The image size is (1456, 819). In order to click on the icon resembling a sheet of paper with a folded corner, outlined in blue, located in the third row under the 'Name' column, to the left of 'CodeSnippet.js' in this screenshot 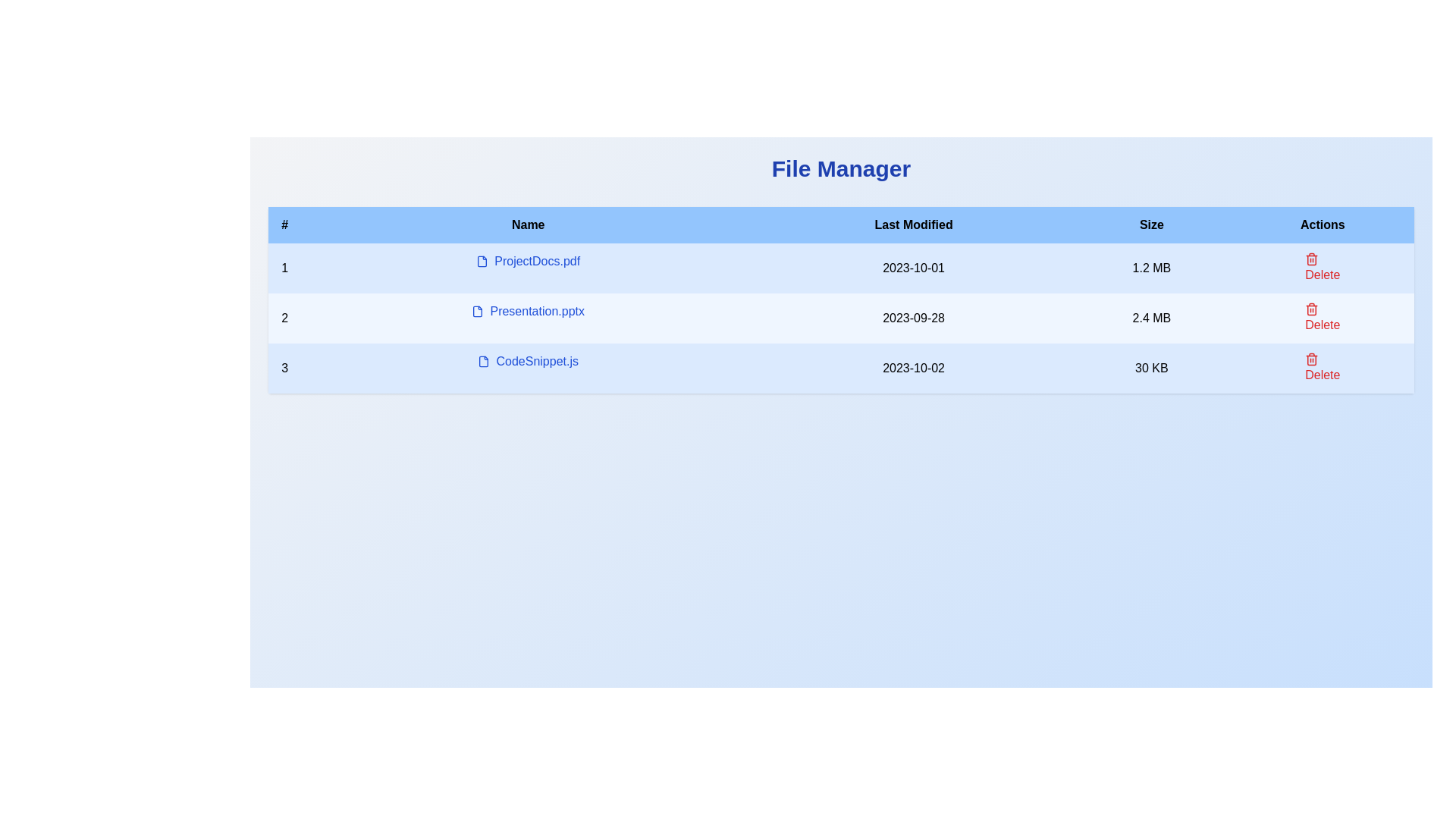, I will do `click(483, 362)`.